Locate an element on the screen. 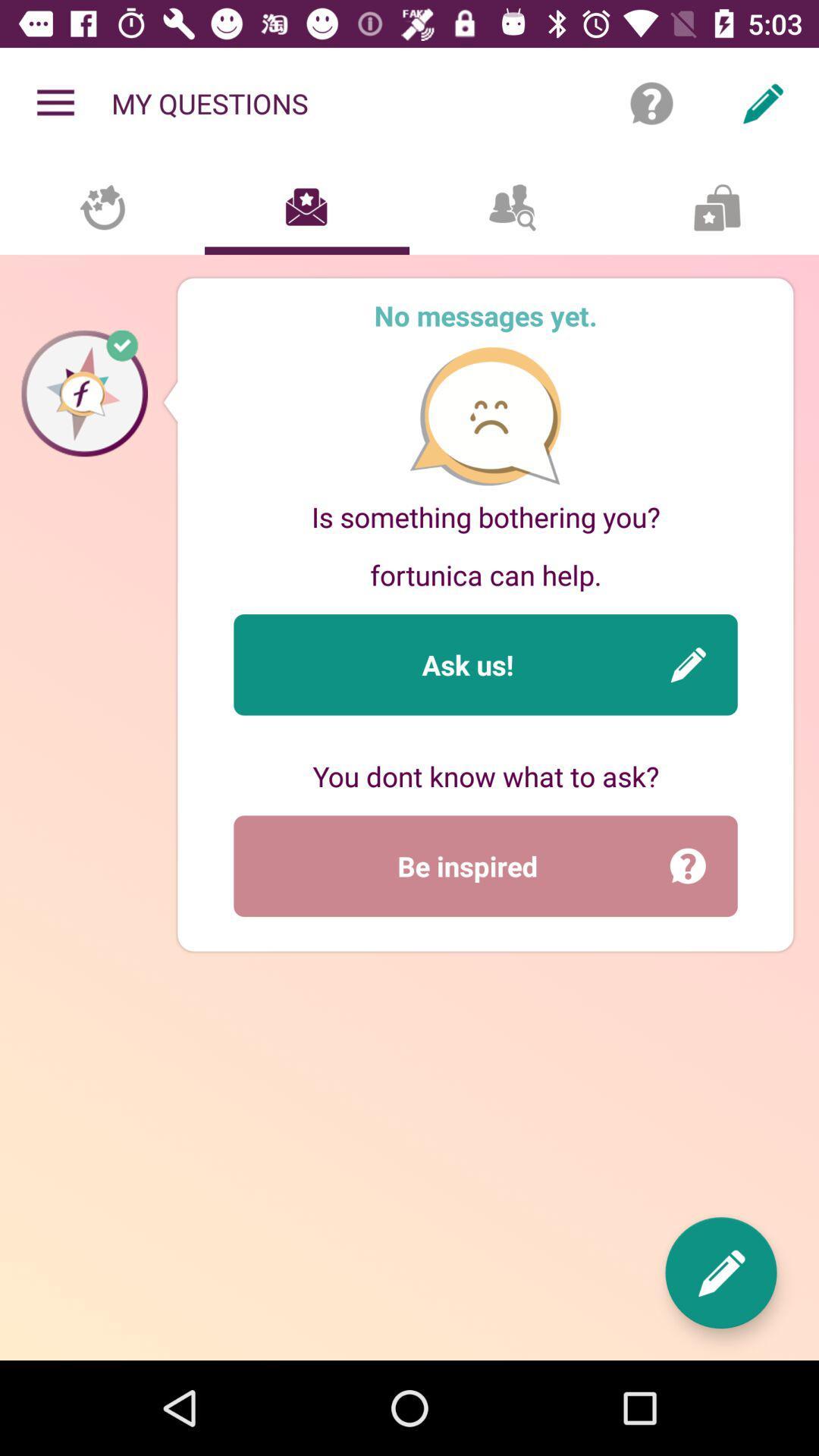 The image size is (819, 1456). the item to the left of the my questions icon is located at coordinates (55, 102).